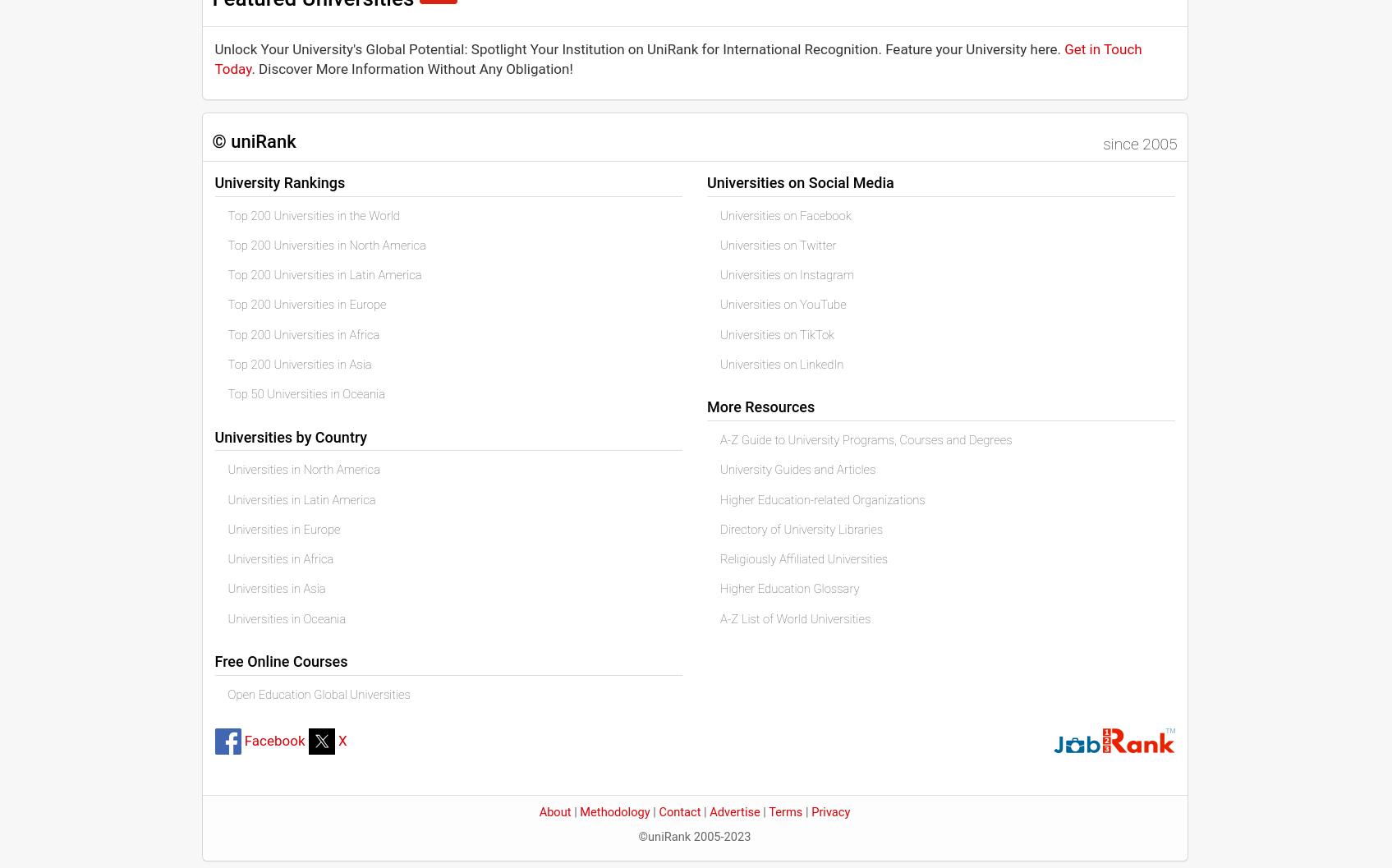 Image resolution: width=1392 pixels, height=868 pixels. I want to click on 'Higher Education-related Organizations', so click(821, 498).